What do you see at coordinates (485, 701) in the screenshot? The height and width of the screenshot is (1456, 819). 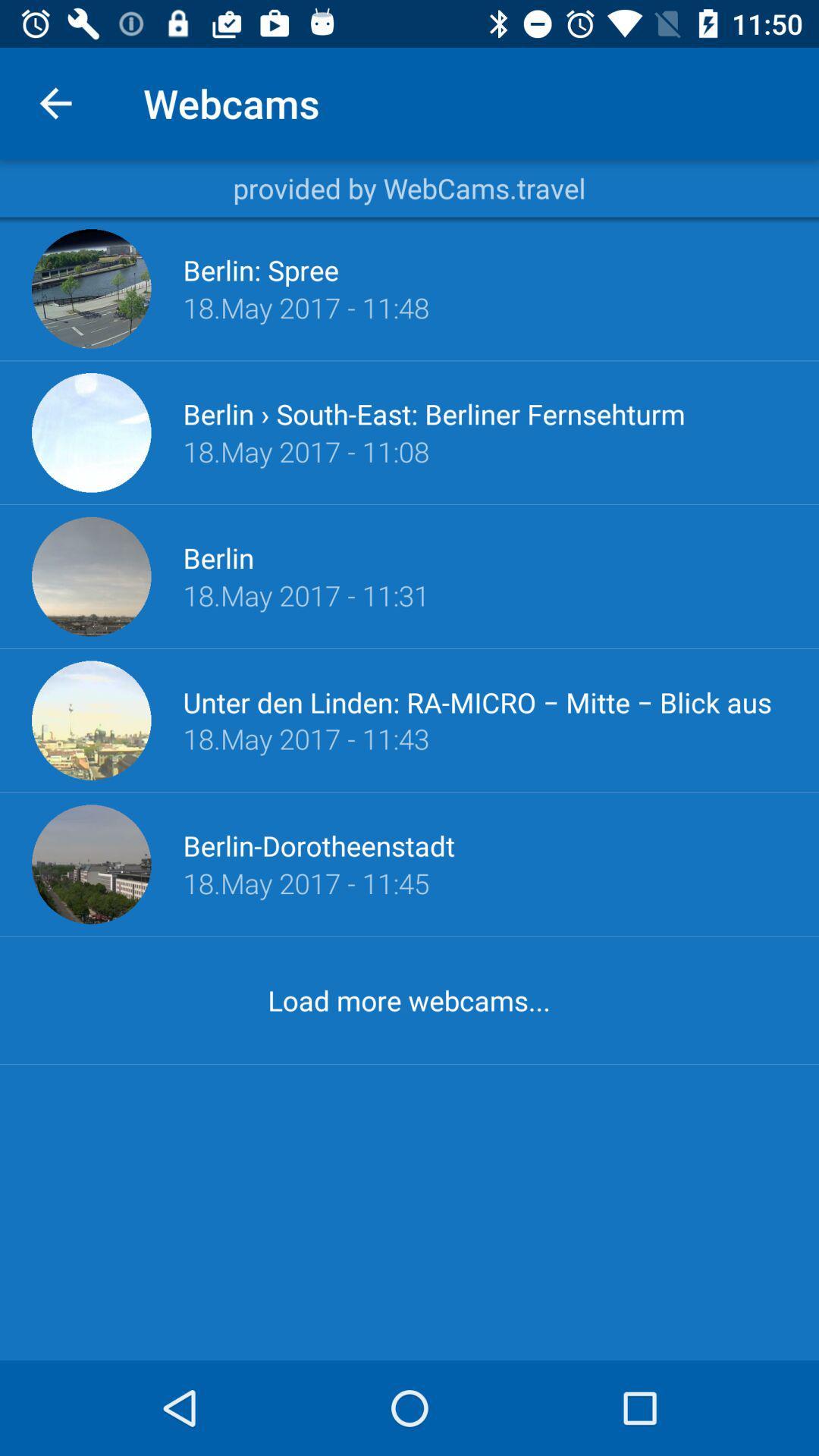 I see `the item above 18 may 2017` at bounding box center [485, 701].